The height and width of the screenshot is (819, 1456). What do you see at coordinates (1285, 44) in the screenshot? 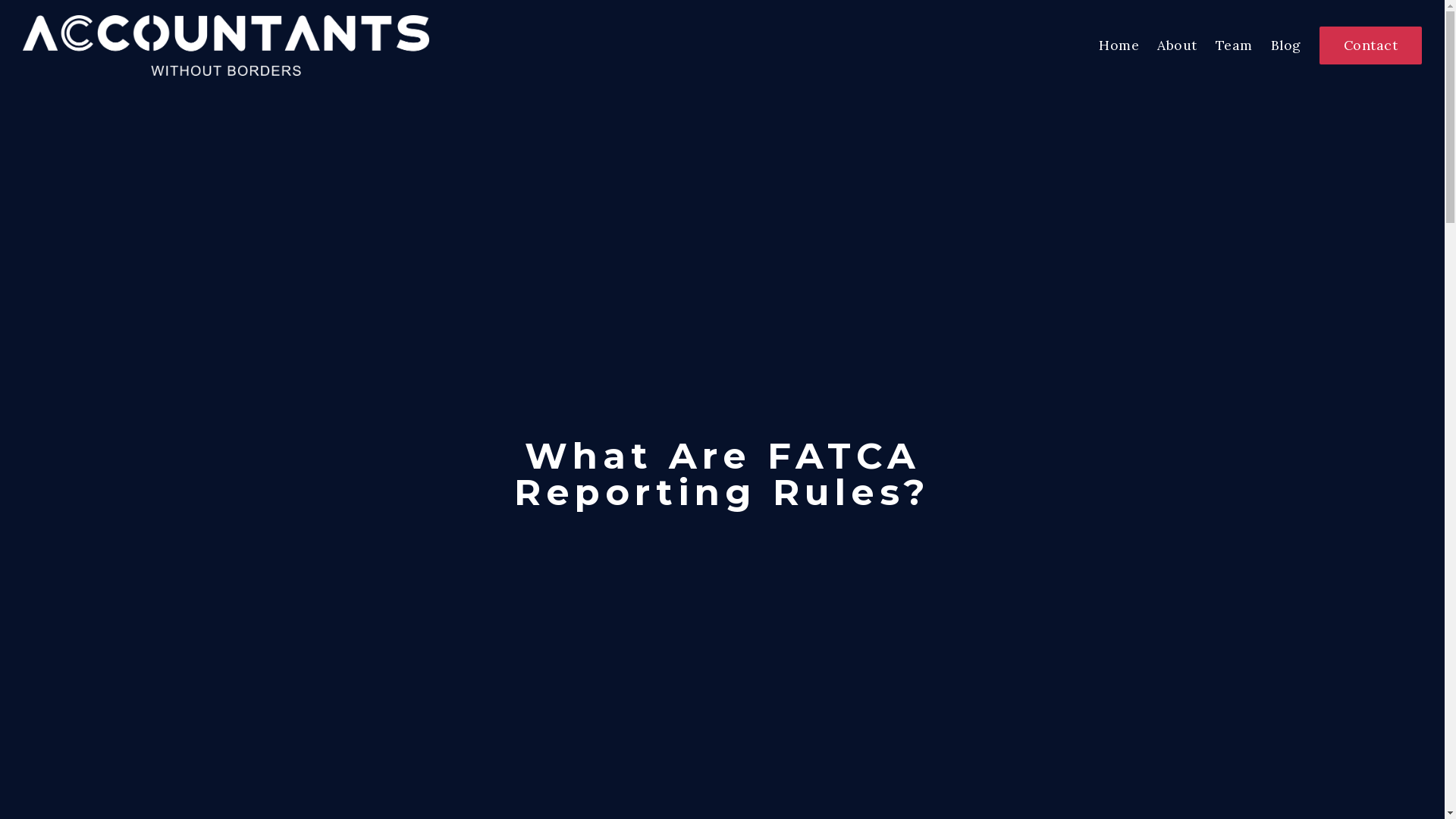
I see `'Blog'` at bounding box center [1285, 44].